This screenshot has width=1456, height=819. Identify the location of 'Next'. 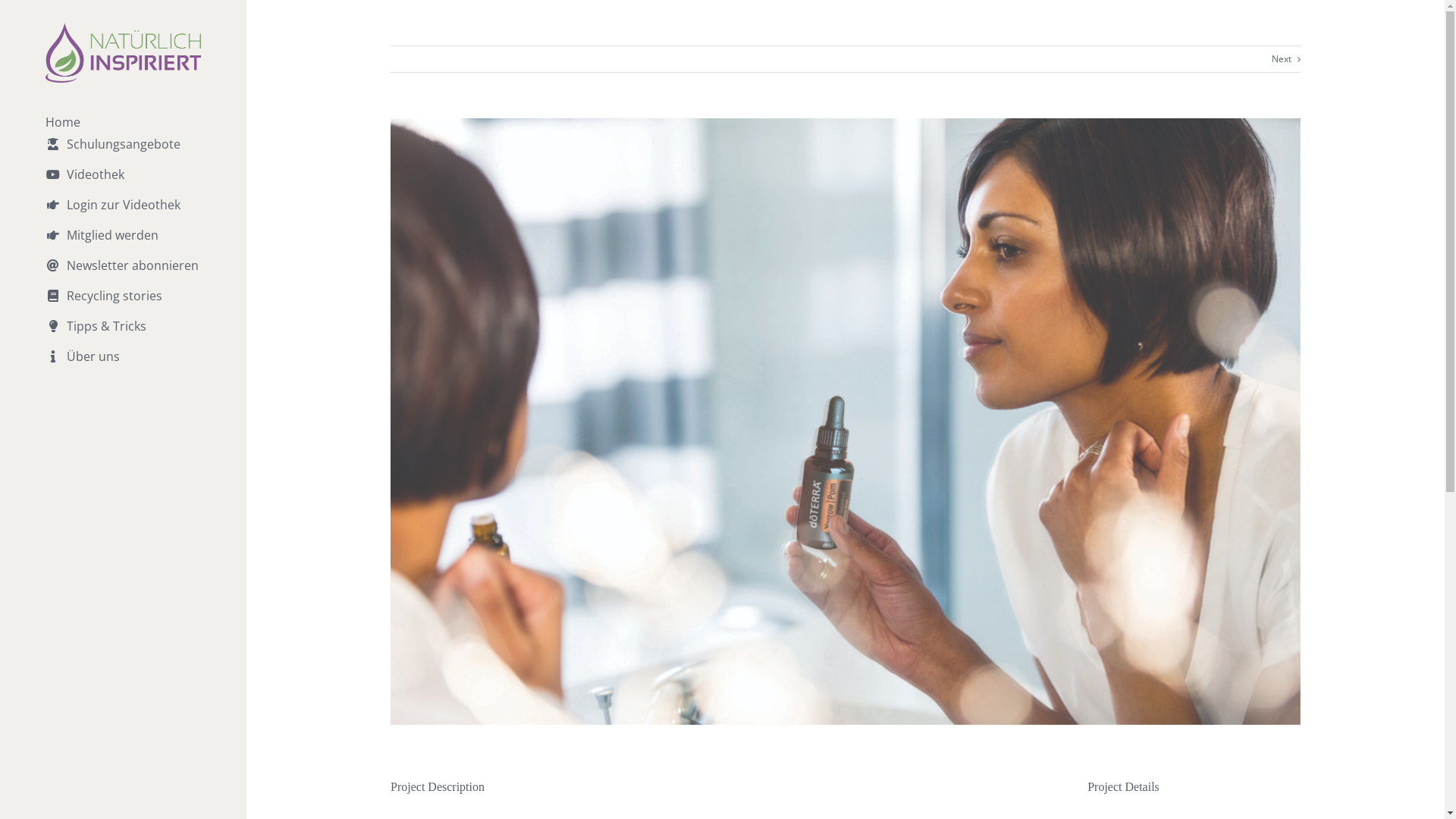
(1280, 58).